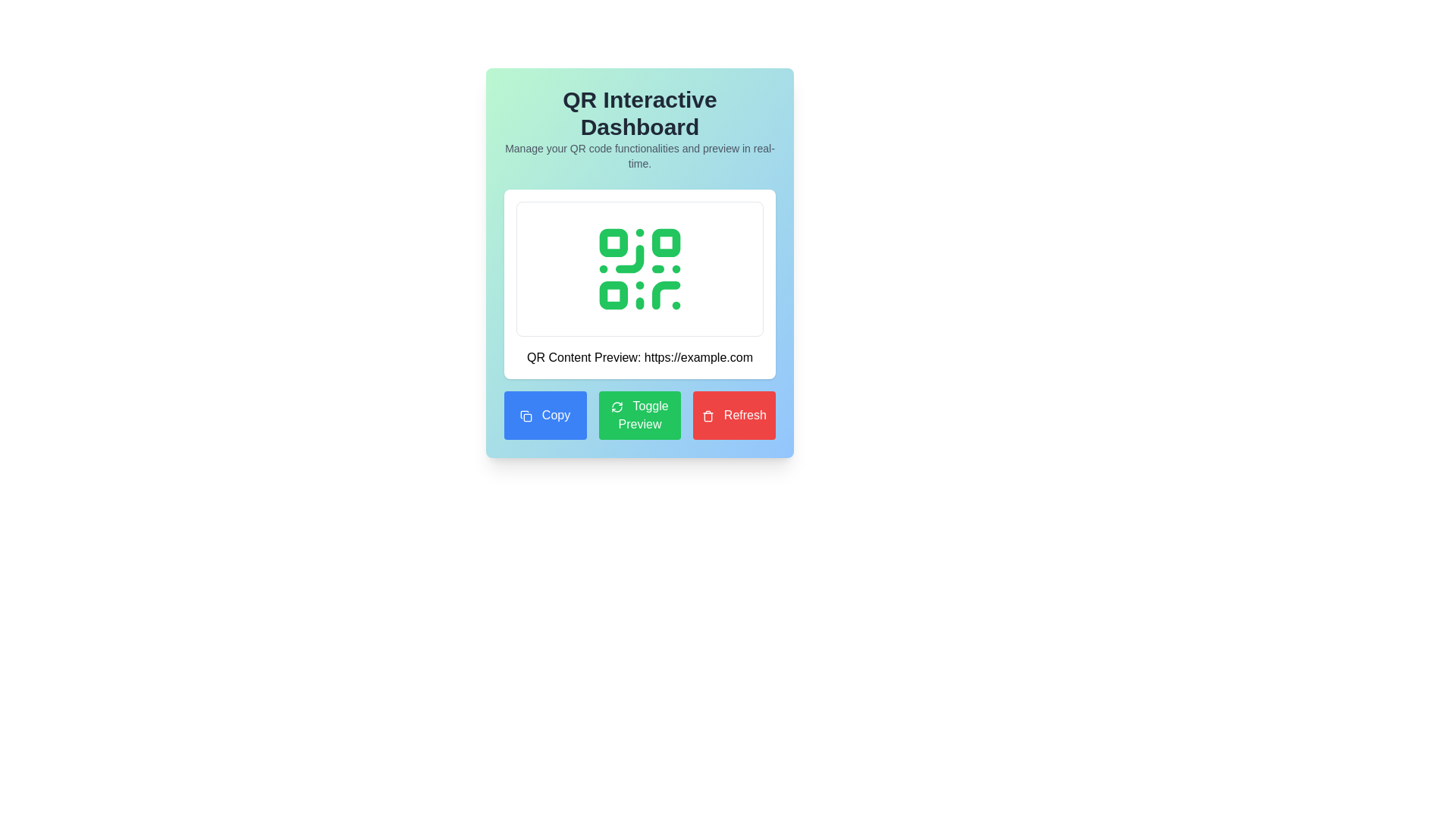  I want to click on the 'Copy' button, which is a blue button with white text and an icon of two overlapping rectangles, located in the first column of a three-column grid layout, so click(545, 415).